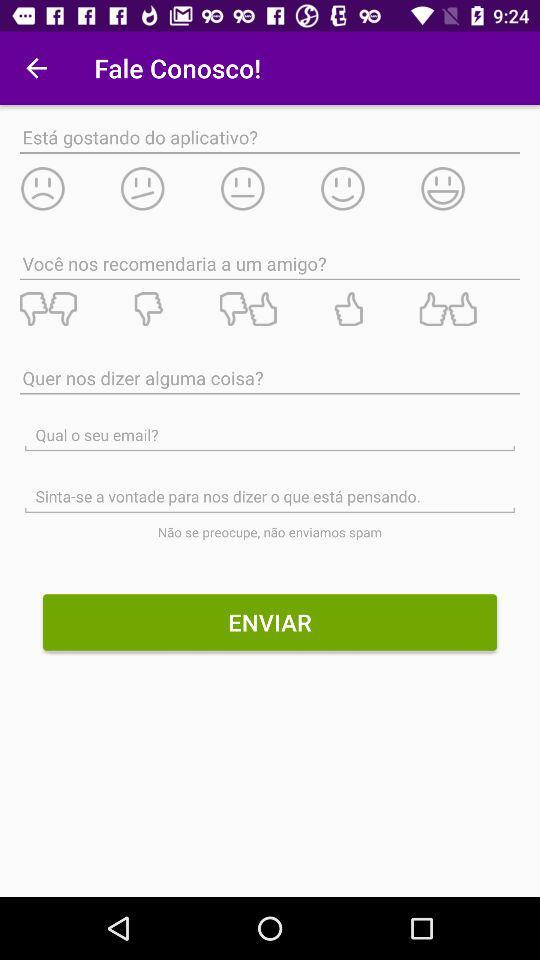 The width and height of the screenshot is (540, 960). Describe the element at coordinates (469, 188) in the screenshot. I see `very happy reaction` at that location.